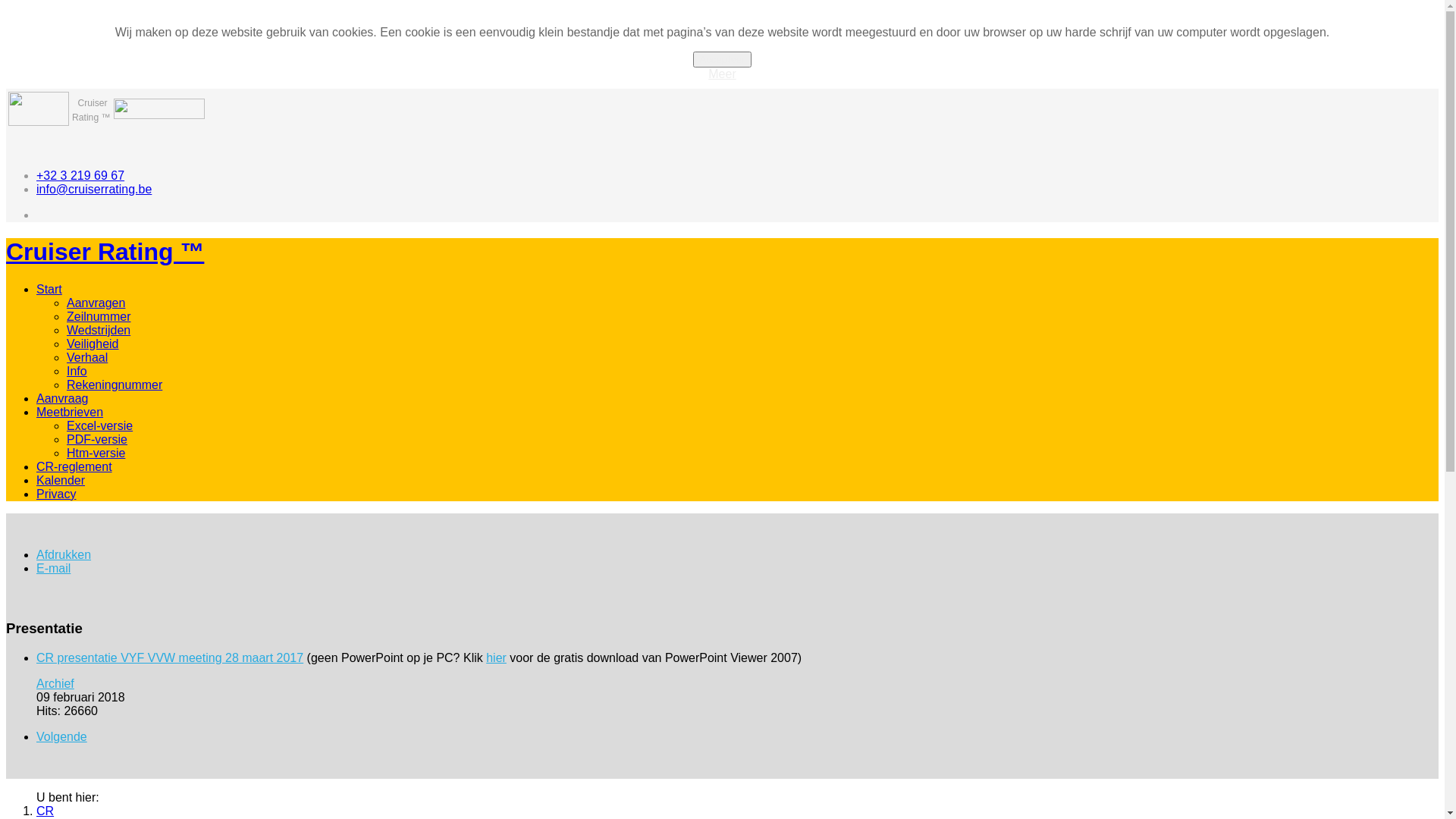 This screenshot has height=819, width=1456. What do you see at coordinates (68, 412) in the screenshot?
I see `'Meetbrieven'` at bounding box center [68, 412].